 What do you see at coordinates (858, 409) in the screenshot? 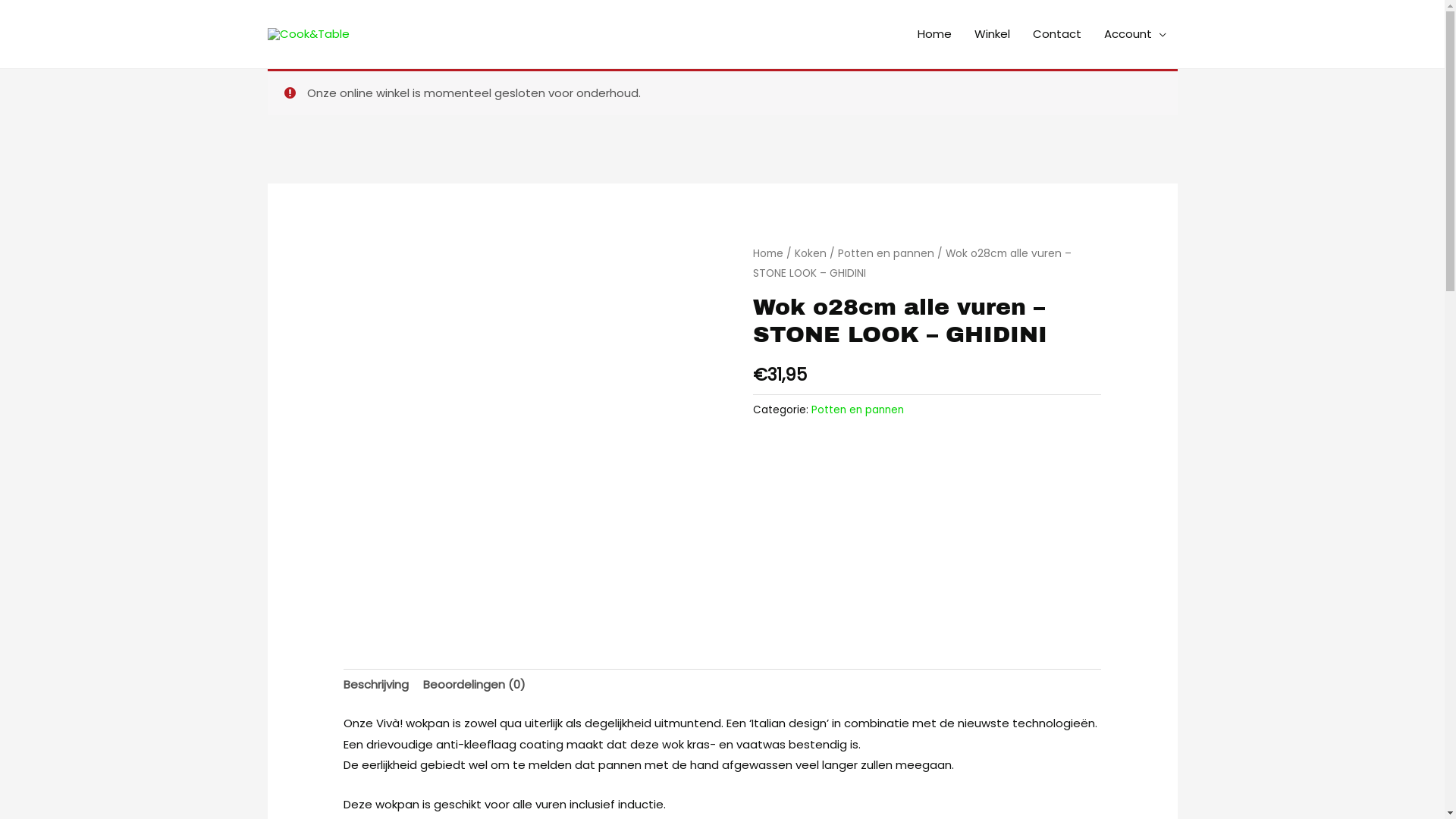
I see `'Potten en pannen'` at bounding box center [858, 409].